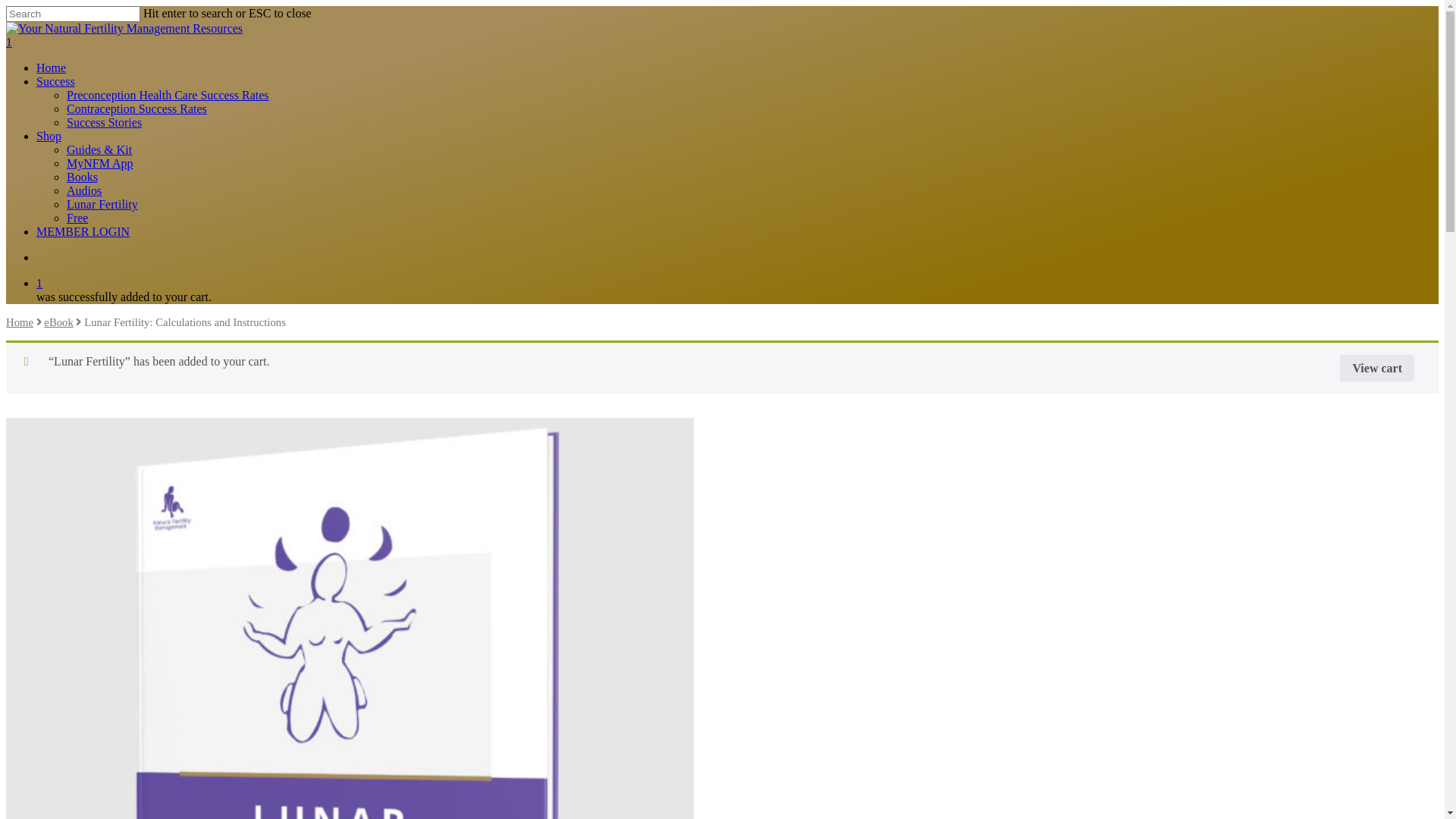 The image size is (1456, 819). Describe the element at coordinates (1376, 369) in the screenshot. I see `'View cart'` at that location.